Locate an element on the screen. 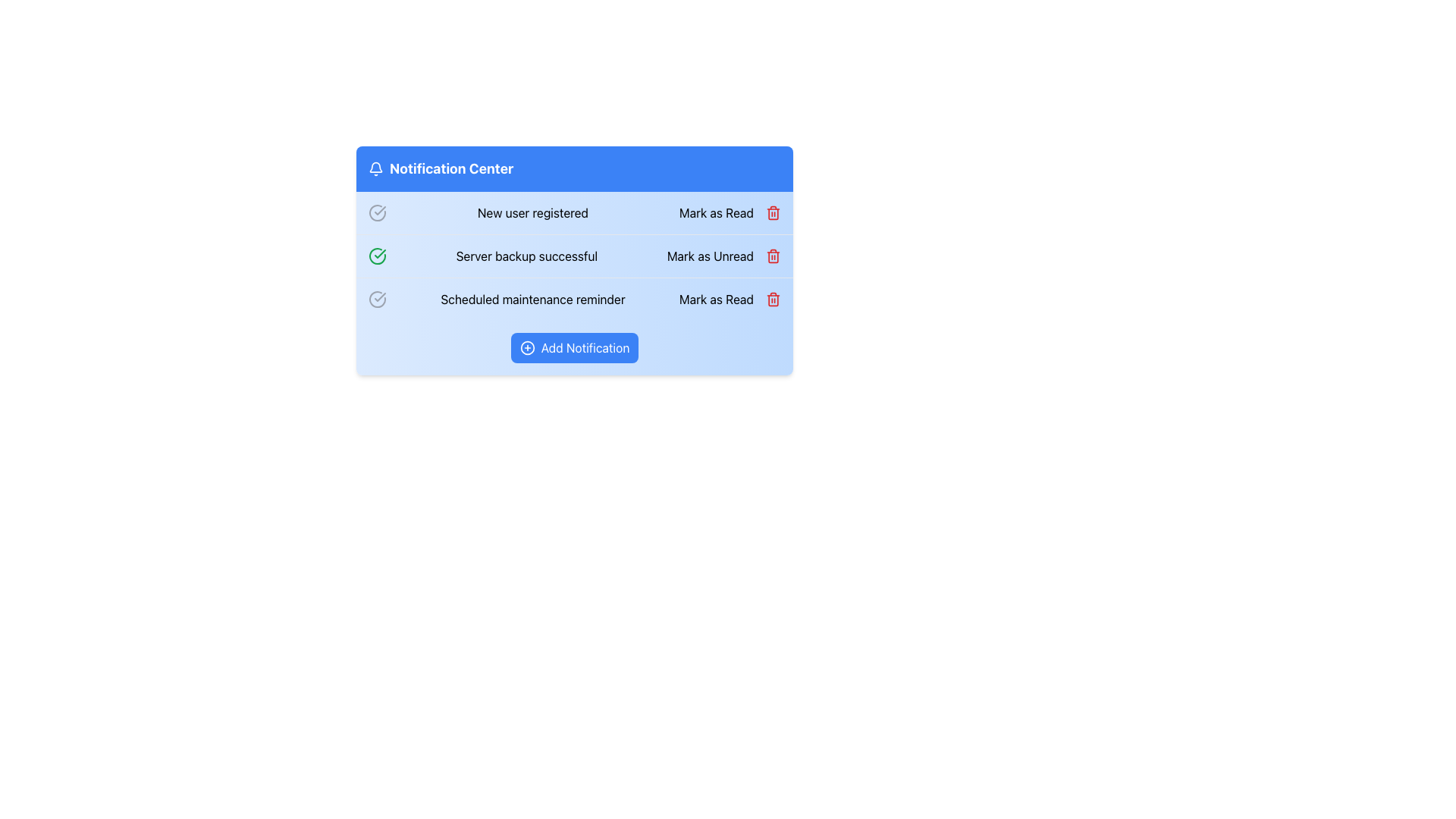 The width and height of the screenshot is (1456, 819). the notification icon located at the top left corner of the 'Notification Center' panel, which indicates notifications or alerts is located at coordinates (375, 169).